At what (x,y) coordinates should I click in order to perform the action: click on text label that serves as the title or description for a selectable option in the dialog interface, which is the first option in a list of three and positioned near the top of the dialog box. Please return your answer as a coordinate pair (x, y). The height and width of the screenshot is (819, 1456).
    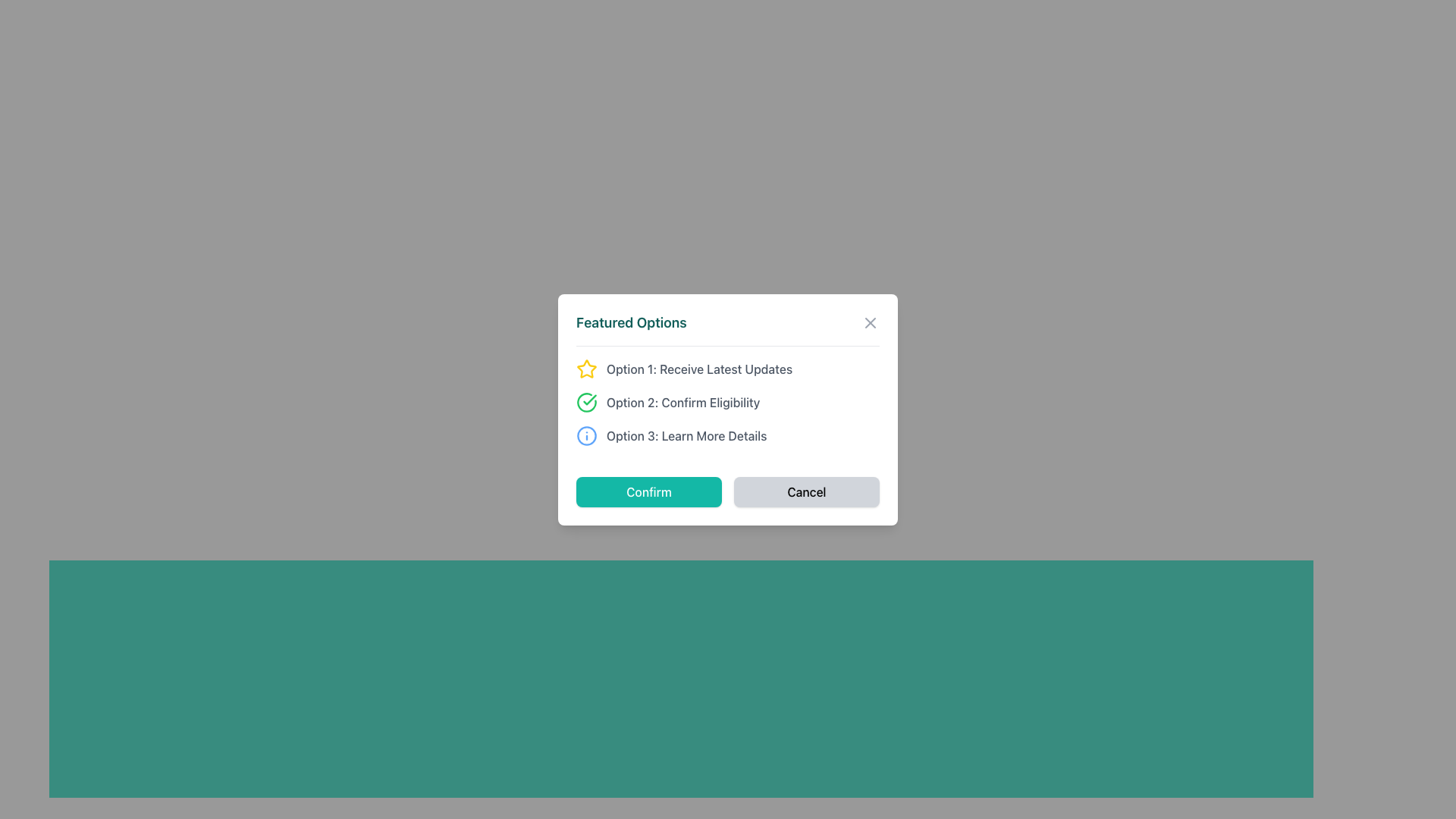
    Looking at the image, I should click on (698, 369).